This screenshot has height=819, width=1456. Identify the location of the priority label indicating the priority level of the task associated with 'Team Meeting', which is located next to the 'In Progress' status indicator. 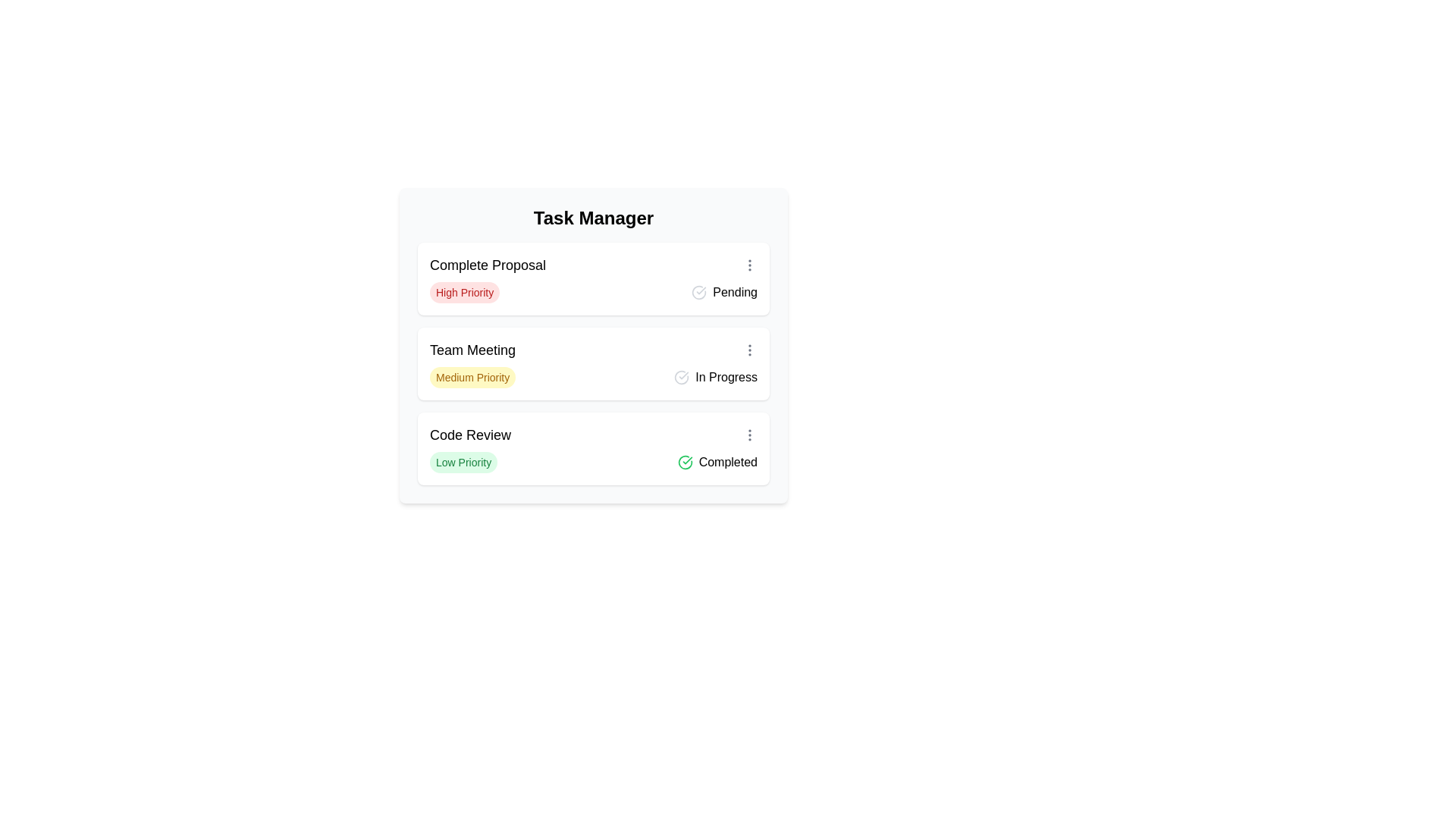
(472, 376).